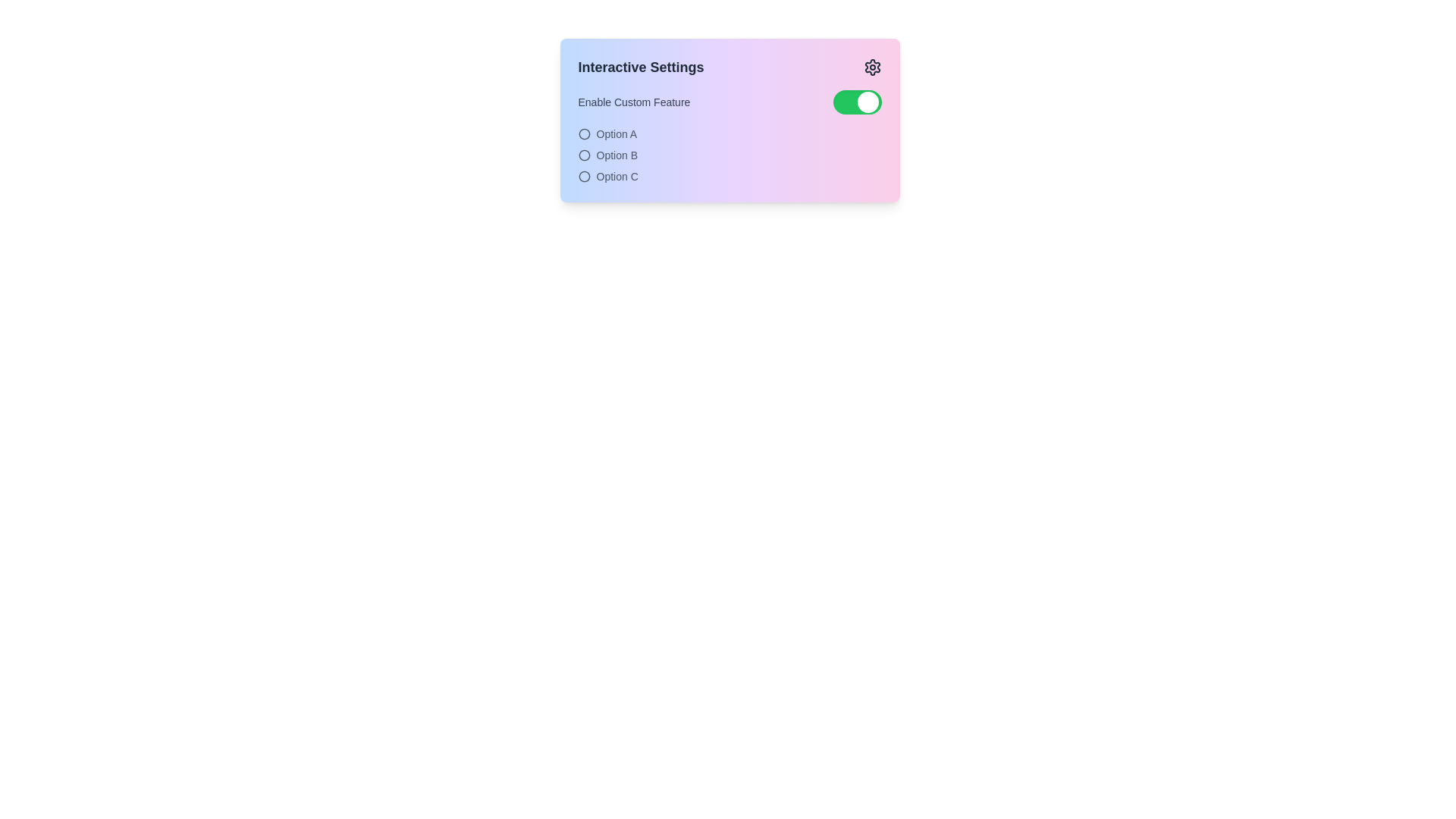 The image size is (1456, 819). I want to click on the label displaying 'Option C', which is the third item in the vertical list of radio button options within the 'Interactive Settings' panel, so click(617, 175).